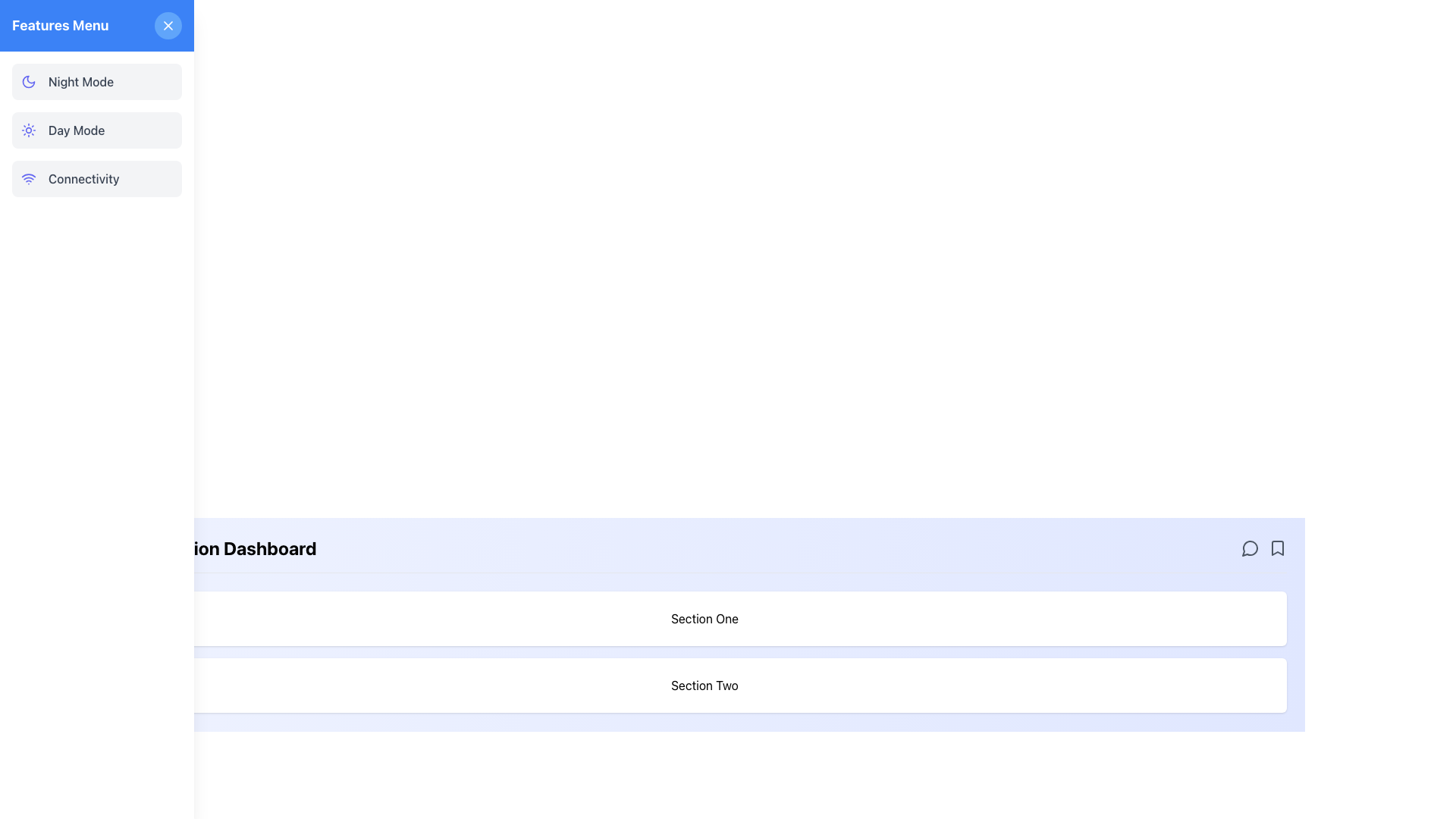 The width and height of the screenshot is (1456, 819). Describe the element at coordinates (168, 26) in the screenshot. I see `the close icon located at the top right corner of a circular button, which is part of the 'Features Menu' interface` at that location.